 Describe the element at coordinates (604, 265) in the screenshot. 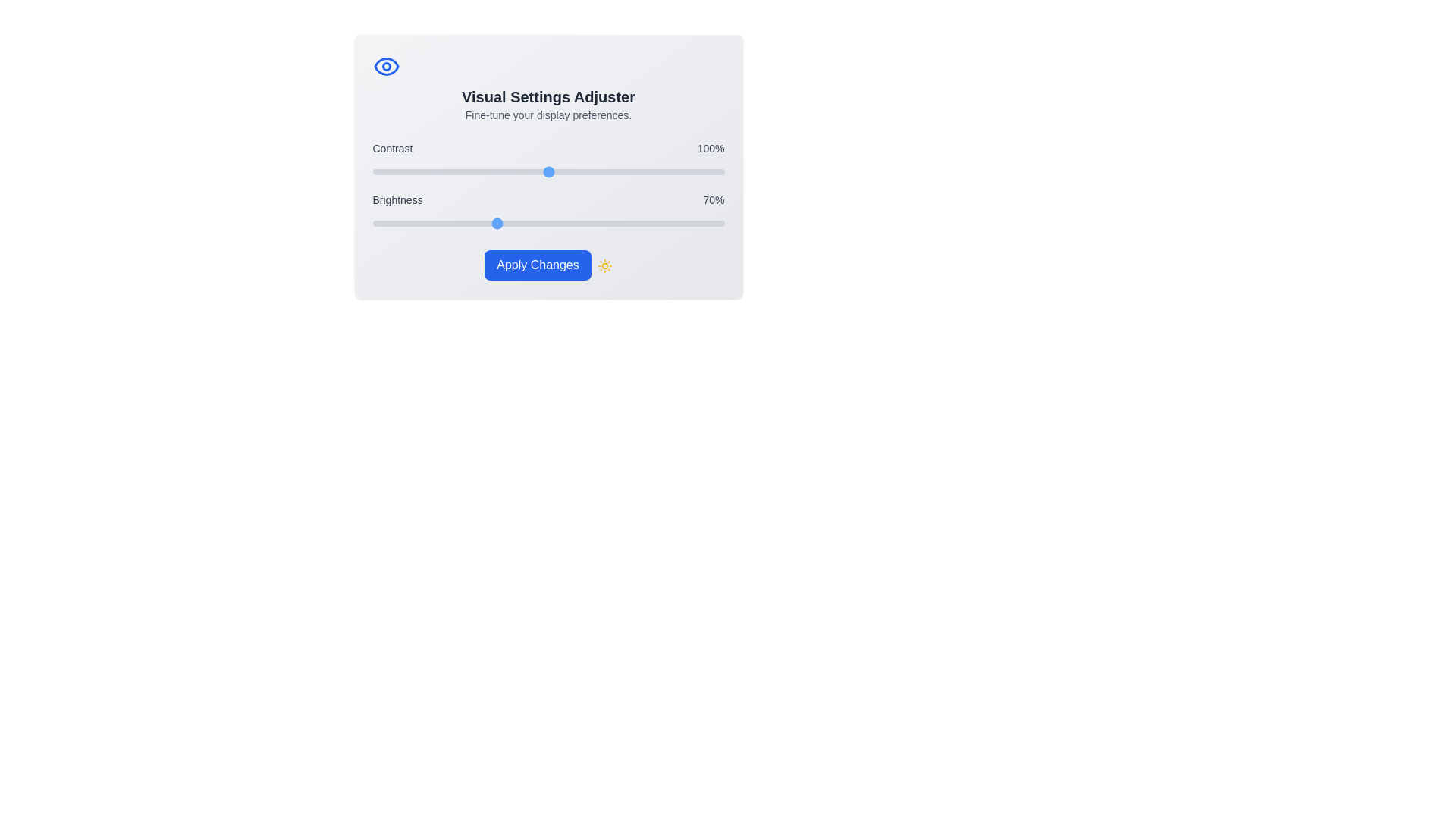

I see `the 'Sun' icon next to the 'Apply Changes' button` at that location.